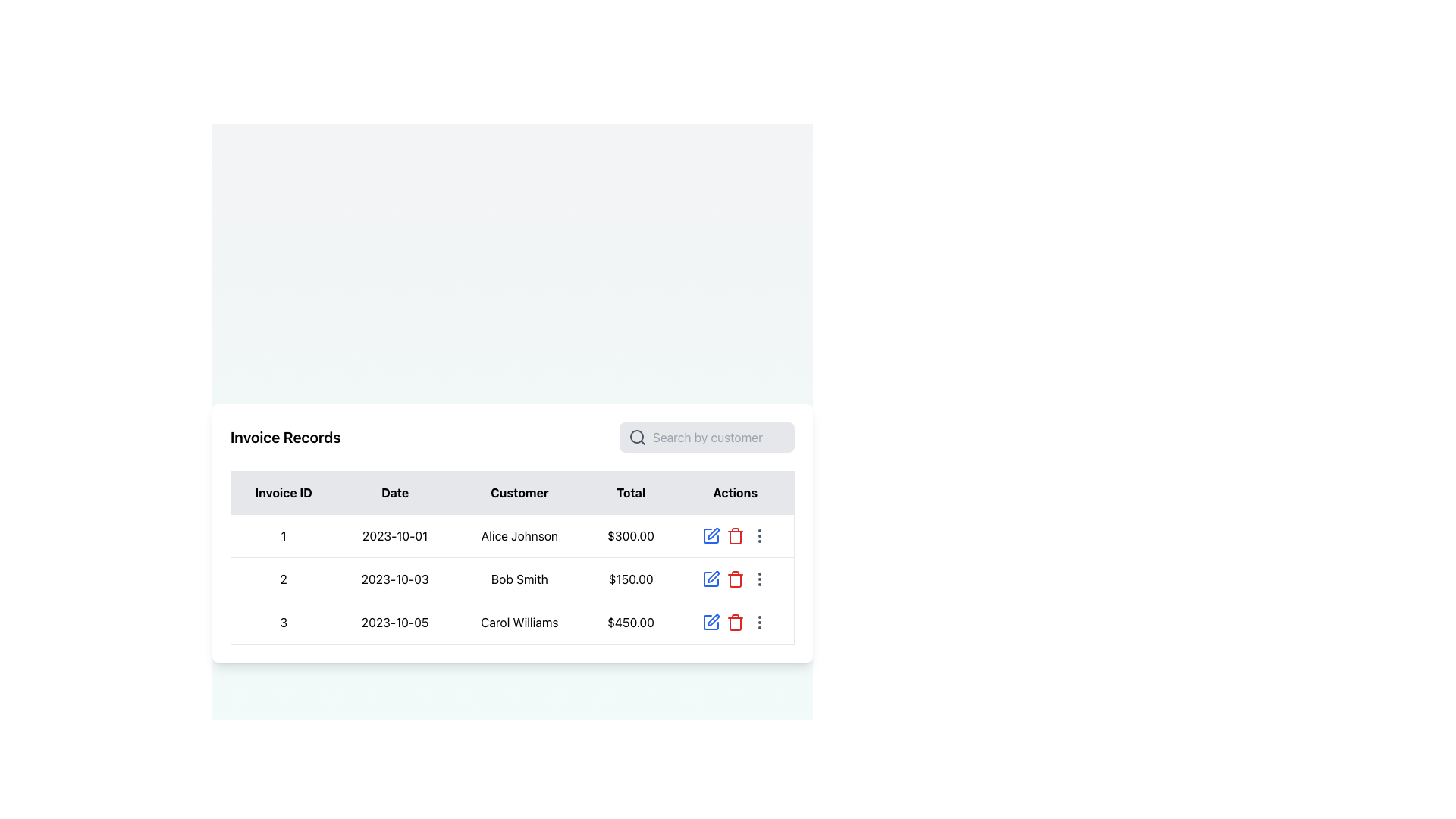 The image size is (1456, 819). What do you see at coordinates (712, 576) in the screenshot?
I see `the small blue pen icon in the 'Actions' column of the second row of the invoices table` at bounding box center [712, 576].